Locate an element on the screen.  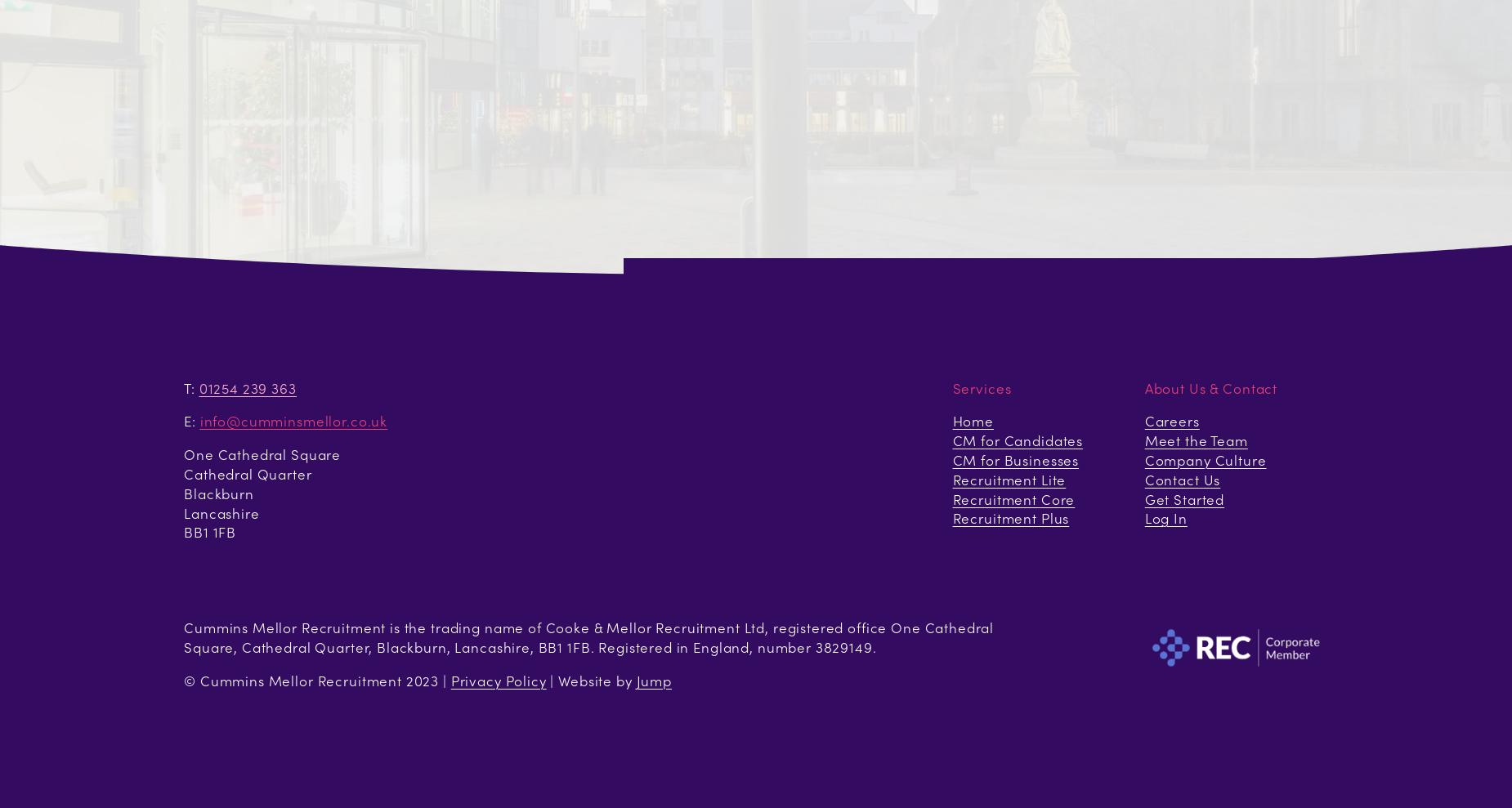
'Cummins Mellor Recruitment is the trading name of Cooke & Mellor Recruitment Ltd, registered office One Cathedral Square, Cathedral Quarter, Blackburn, Lancashire, BB1 1FB. Registered in England, number 3829149.' is located at coordinates (590, 636).